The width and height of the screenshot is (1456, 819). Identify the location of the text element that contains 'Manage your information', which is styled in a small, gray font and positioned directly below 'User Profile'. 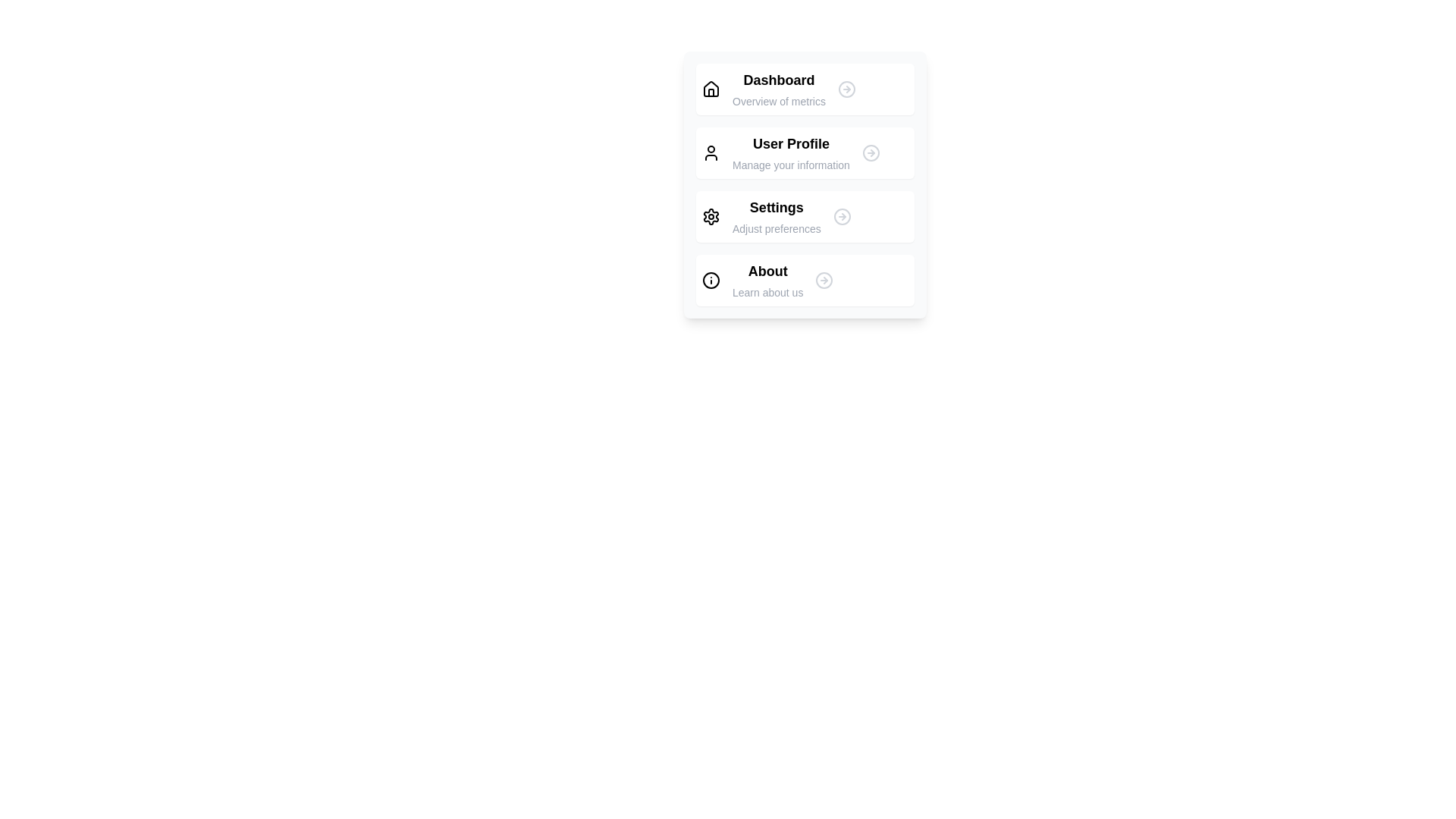
(790, 165).